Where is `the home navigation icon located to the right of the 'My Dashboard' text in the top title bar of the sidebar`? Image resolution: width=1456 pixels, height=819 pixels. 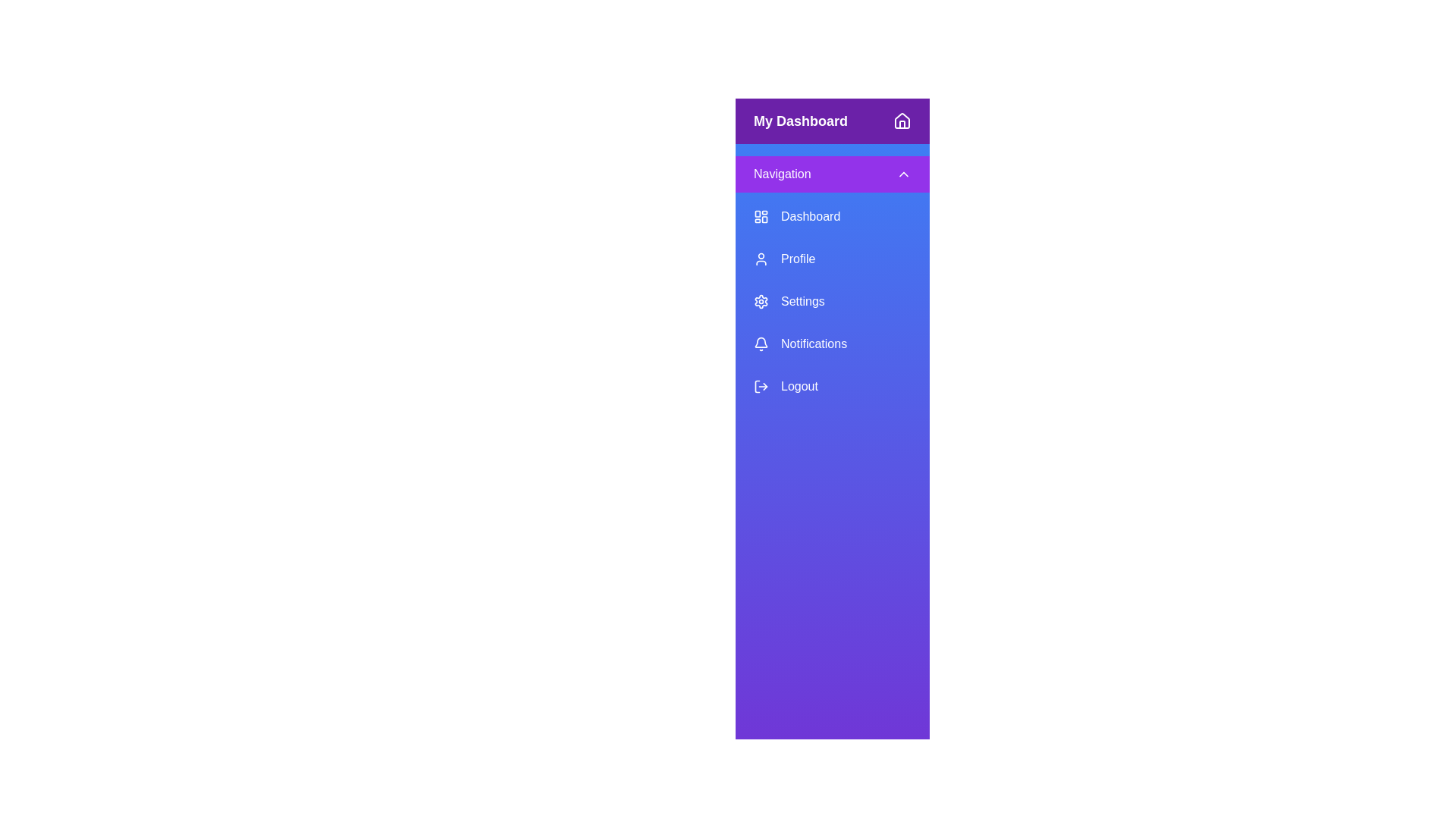 the home navigation icon located to the right of the 'My Dashboard' text in the top title bar of the sidebar is located at coordinates (902, 119).